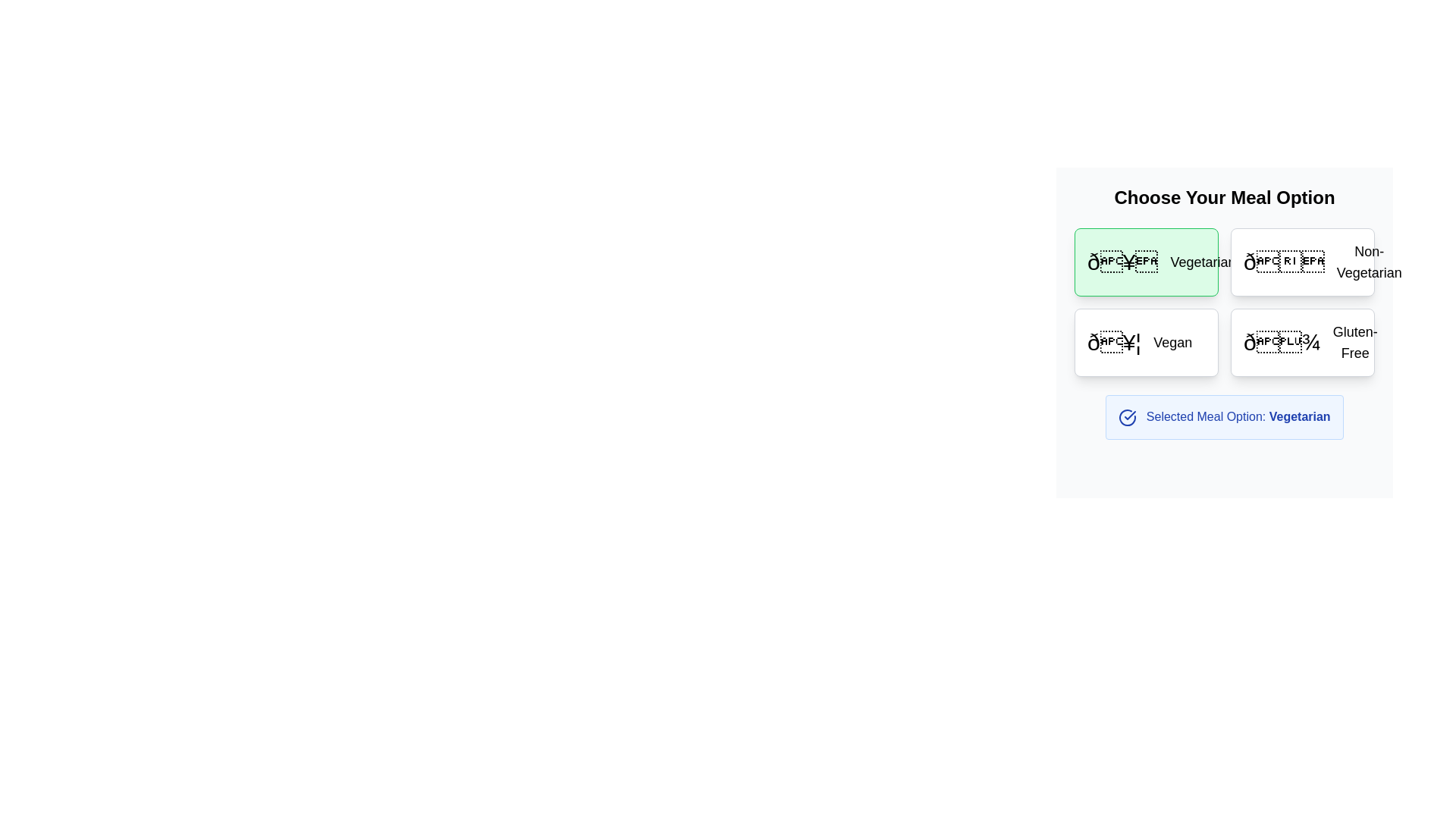 The image size is (1456, 819). What do you see at coordinates (1224, 197) in the screenshot?
I see `the static text element styled as a header displaying 'Choose Your Meal Option', which is located at the top of the meal options area` at bounding box center [1224, 197].